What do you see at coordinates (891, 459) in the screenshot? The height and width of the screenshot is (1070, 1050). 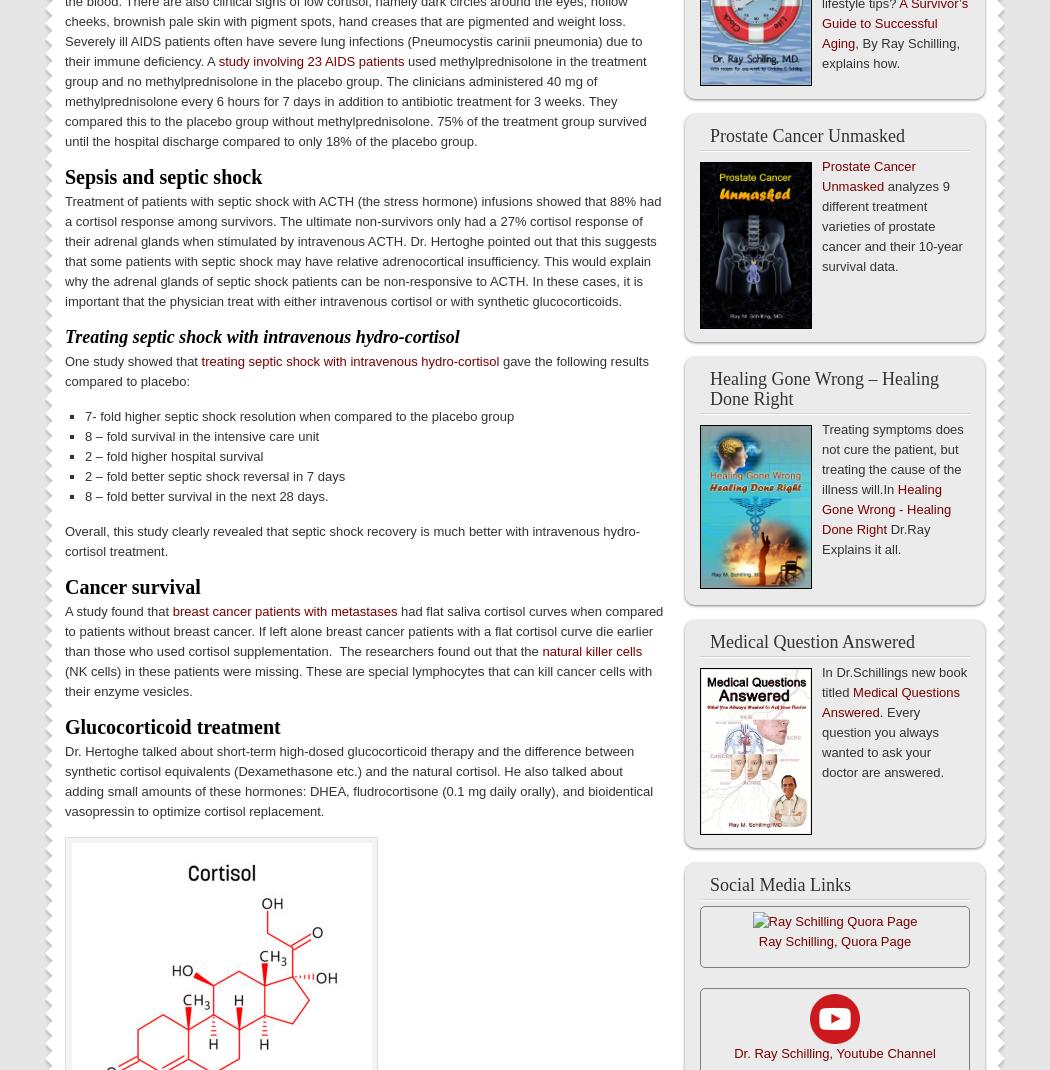 I see `'Treating symptoms does not cure the patient, but treating the cause of the illness will.In'` at bounding box center [891, 459].